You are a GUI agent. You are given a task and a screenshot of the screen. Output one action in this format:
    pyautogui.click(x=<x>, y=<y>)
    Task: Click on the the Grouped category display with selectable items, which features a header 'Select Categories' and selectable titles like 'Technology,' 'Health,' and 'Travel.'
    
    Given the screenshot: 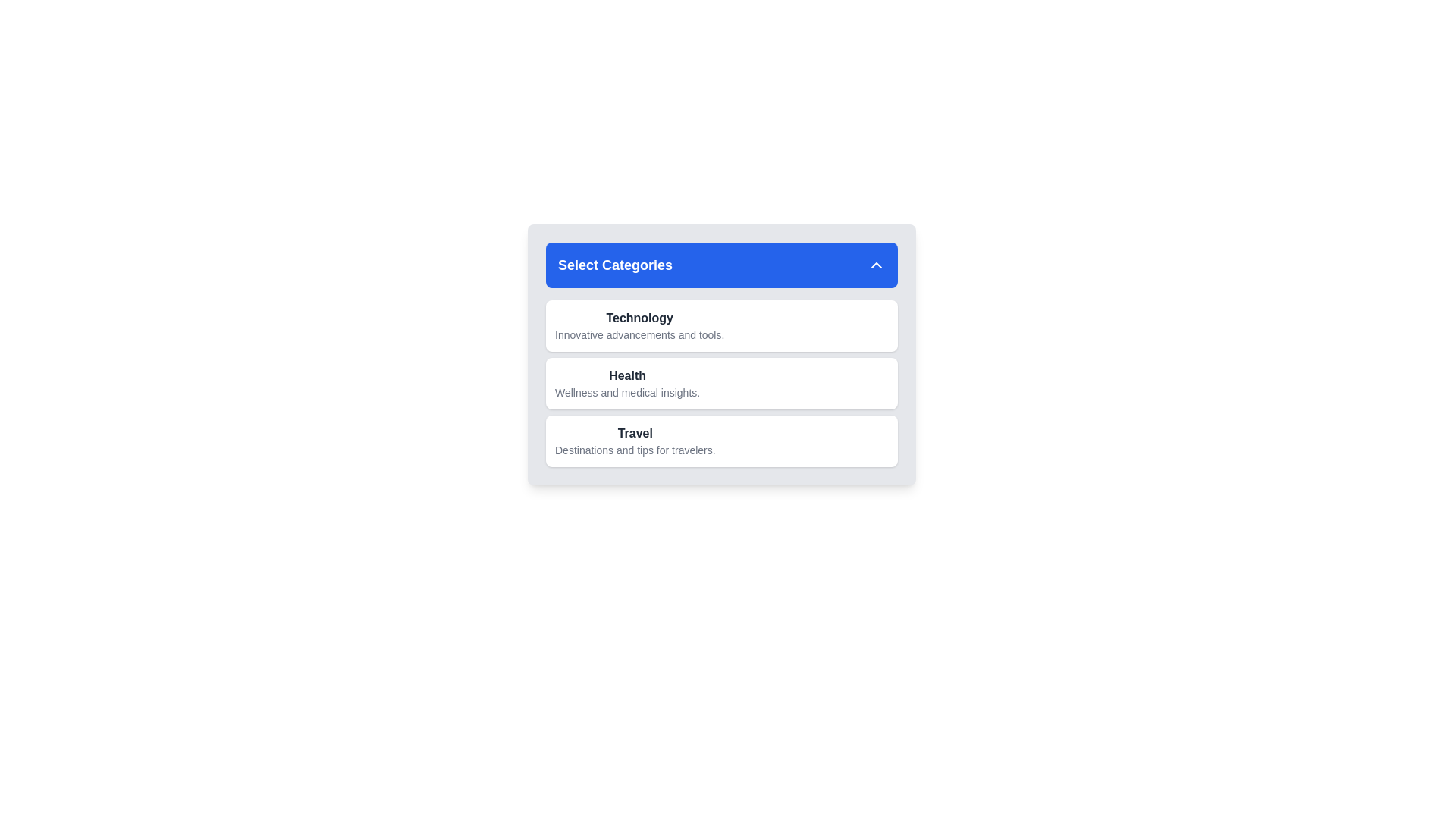 What is the action you would take?
    pyautogui.click(x=720, y=354)
    